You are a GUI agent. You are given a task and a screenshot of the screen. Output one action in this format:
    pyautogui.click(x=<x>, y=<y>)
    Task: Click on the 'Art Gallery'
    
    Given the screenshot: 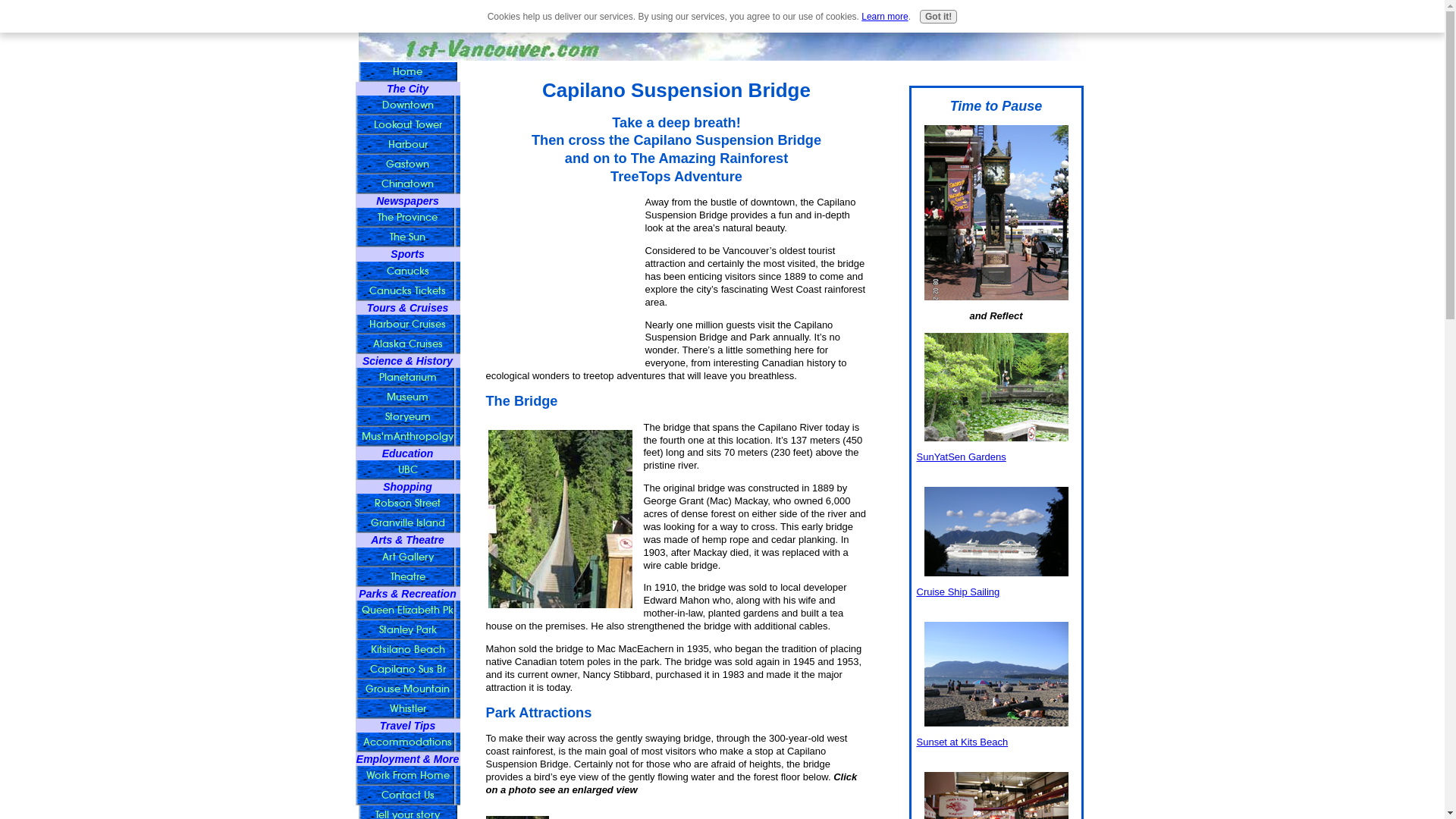 What is the action you would take?
    pyautogui.click(x=407, y=557)
    